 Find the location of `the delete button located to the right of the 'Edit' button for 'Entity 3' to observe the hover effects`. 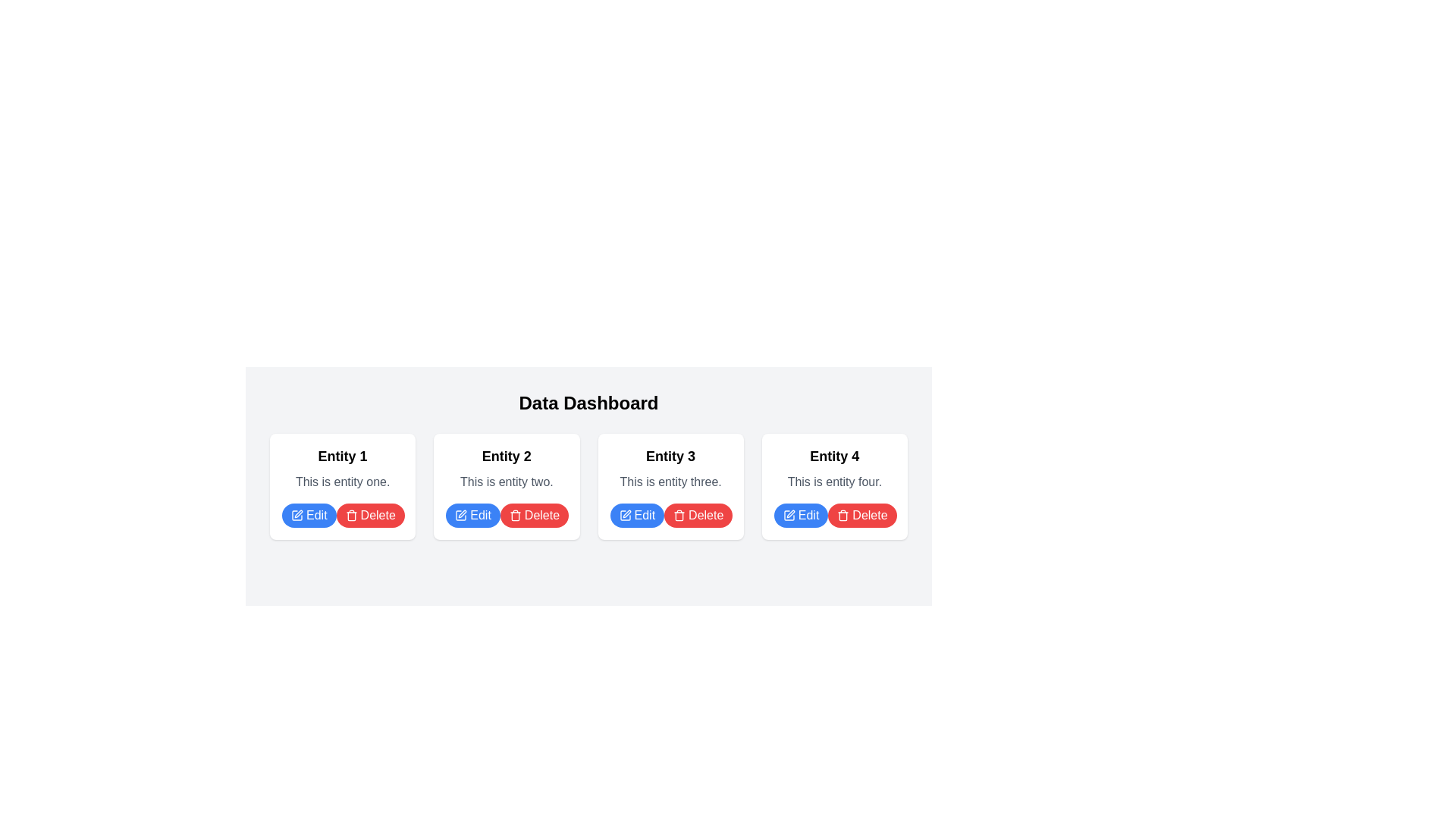

the delete button located to the right of the 'Edit' button for 'Entity 3' to observe the hover effects is located at coordinates (698, 514).